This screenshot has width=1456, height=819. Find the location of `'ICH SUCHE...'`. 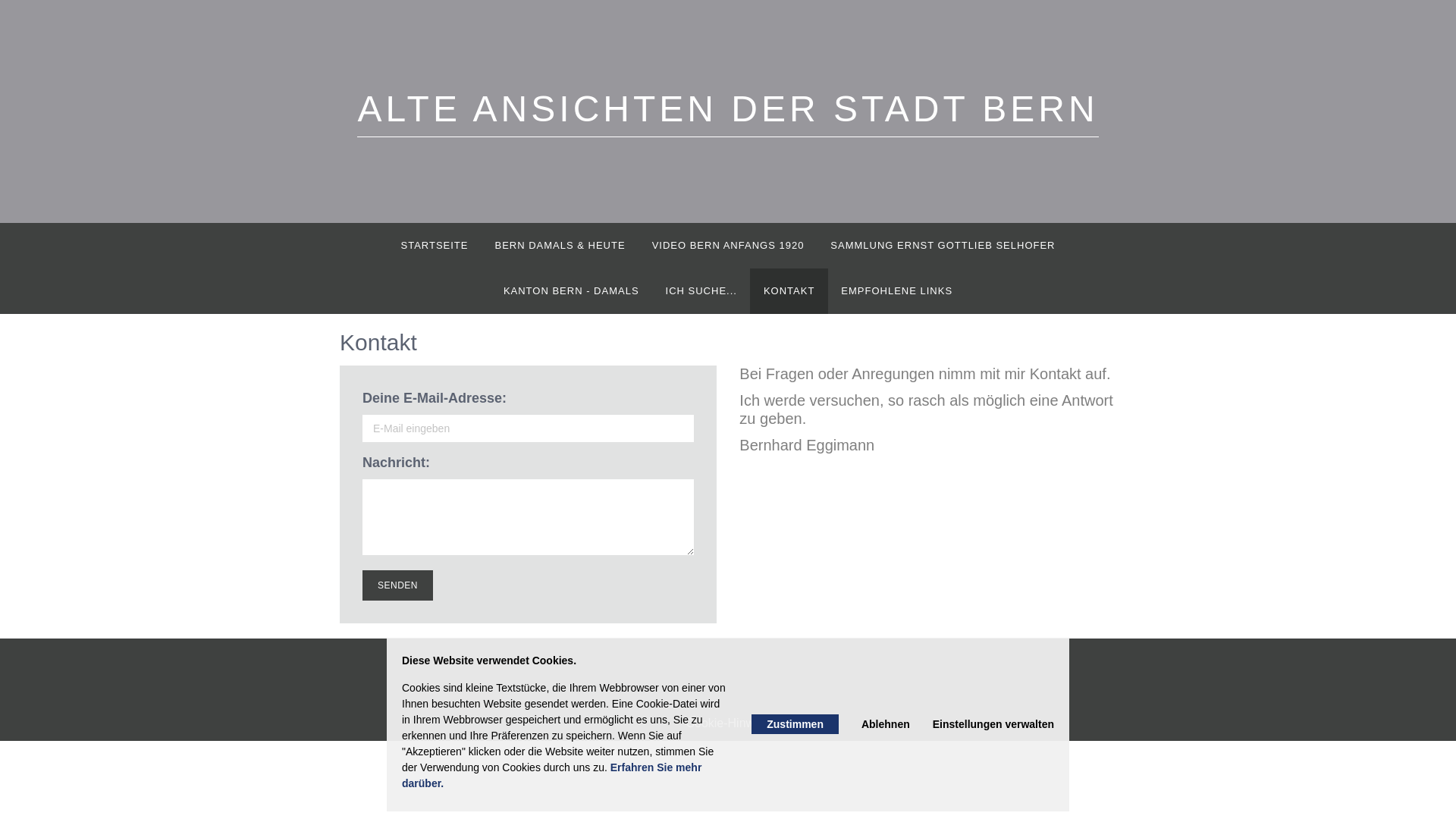

'ICH SUCHE...' is located at coordinates (700, 291).